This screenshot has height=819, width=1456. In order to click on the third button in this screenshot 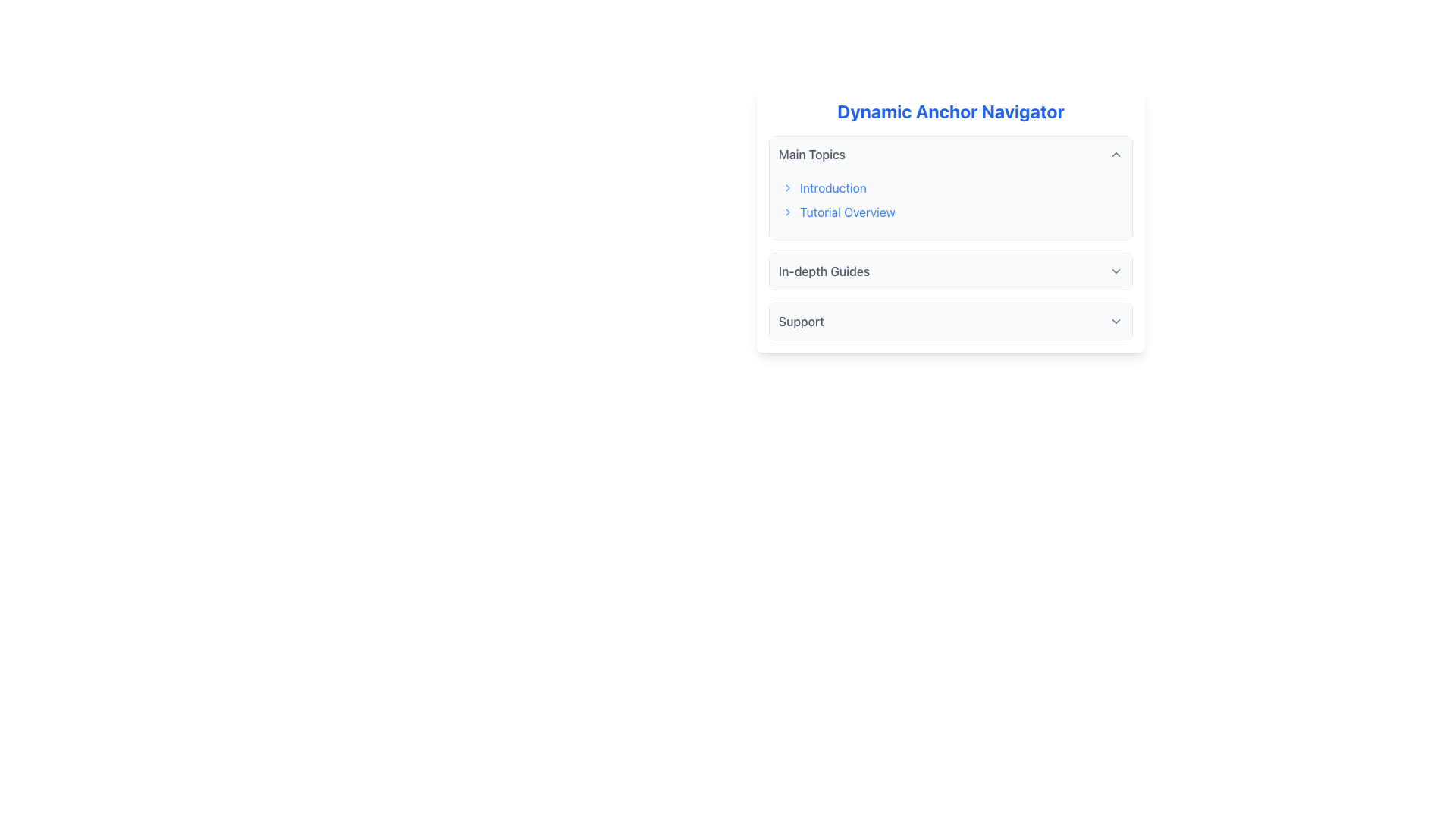, I will do `click(949, 271)`.